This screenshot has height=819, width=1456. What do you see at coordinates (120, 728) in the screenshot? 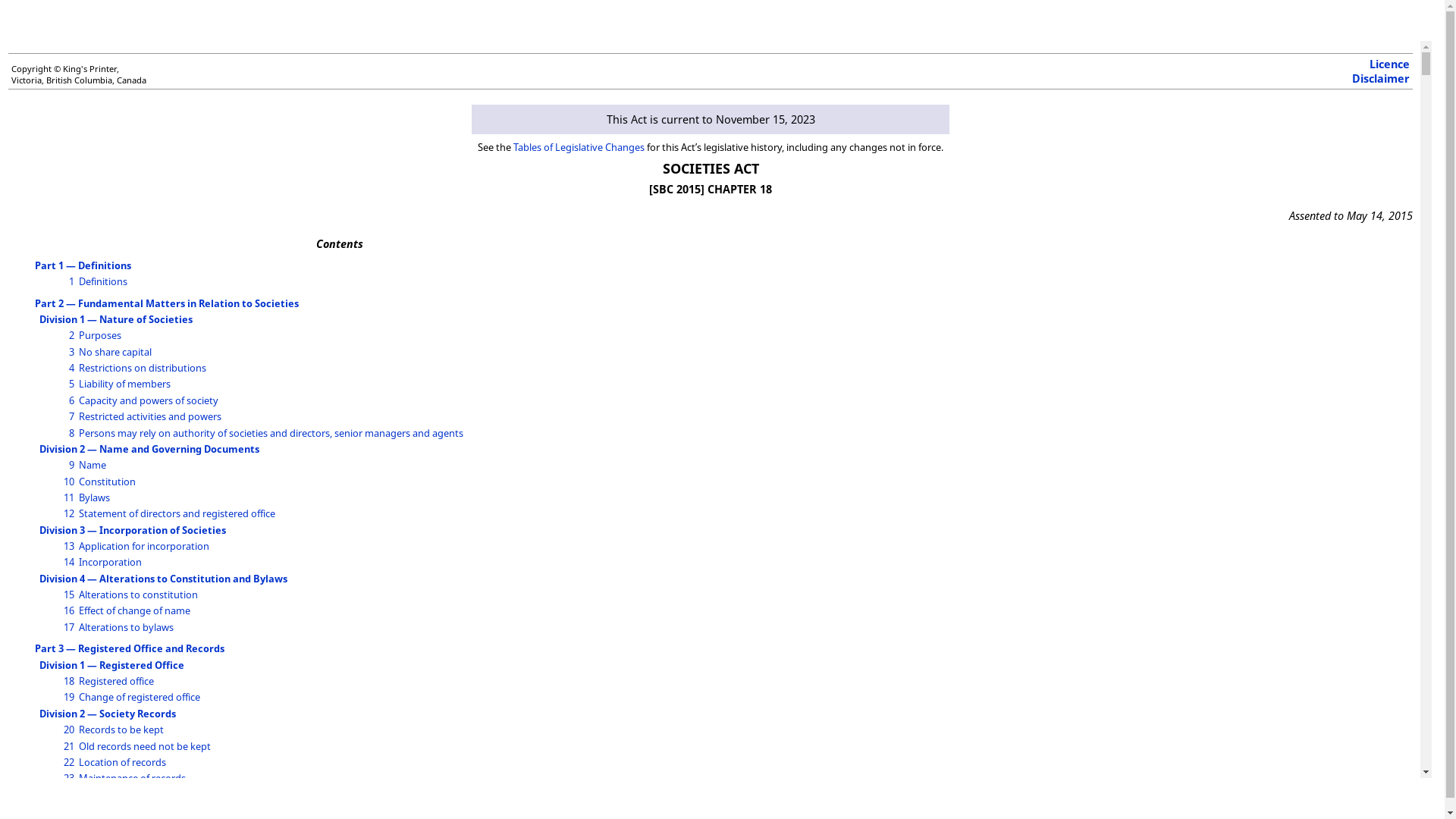
I see `'Records to be kept'` at bounding box center [120, 728].